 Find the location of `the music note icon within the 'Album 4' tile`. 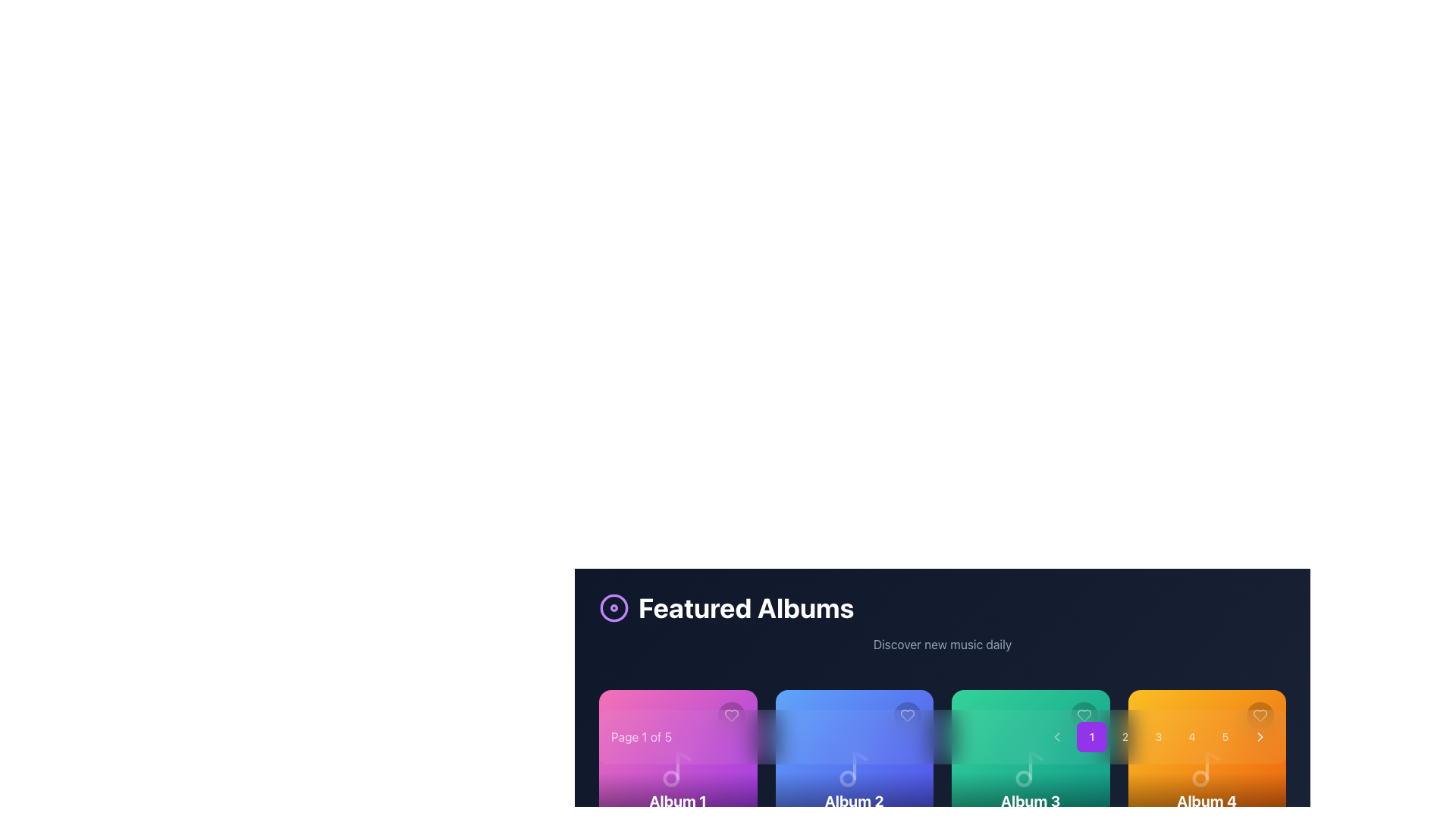

the music note icon within the 'Album 4' tile is located at coordinates (1206, 769).